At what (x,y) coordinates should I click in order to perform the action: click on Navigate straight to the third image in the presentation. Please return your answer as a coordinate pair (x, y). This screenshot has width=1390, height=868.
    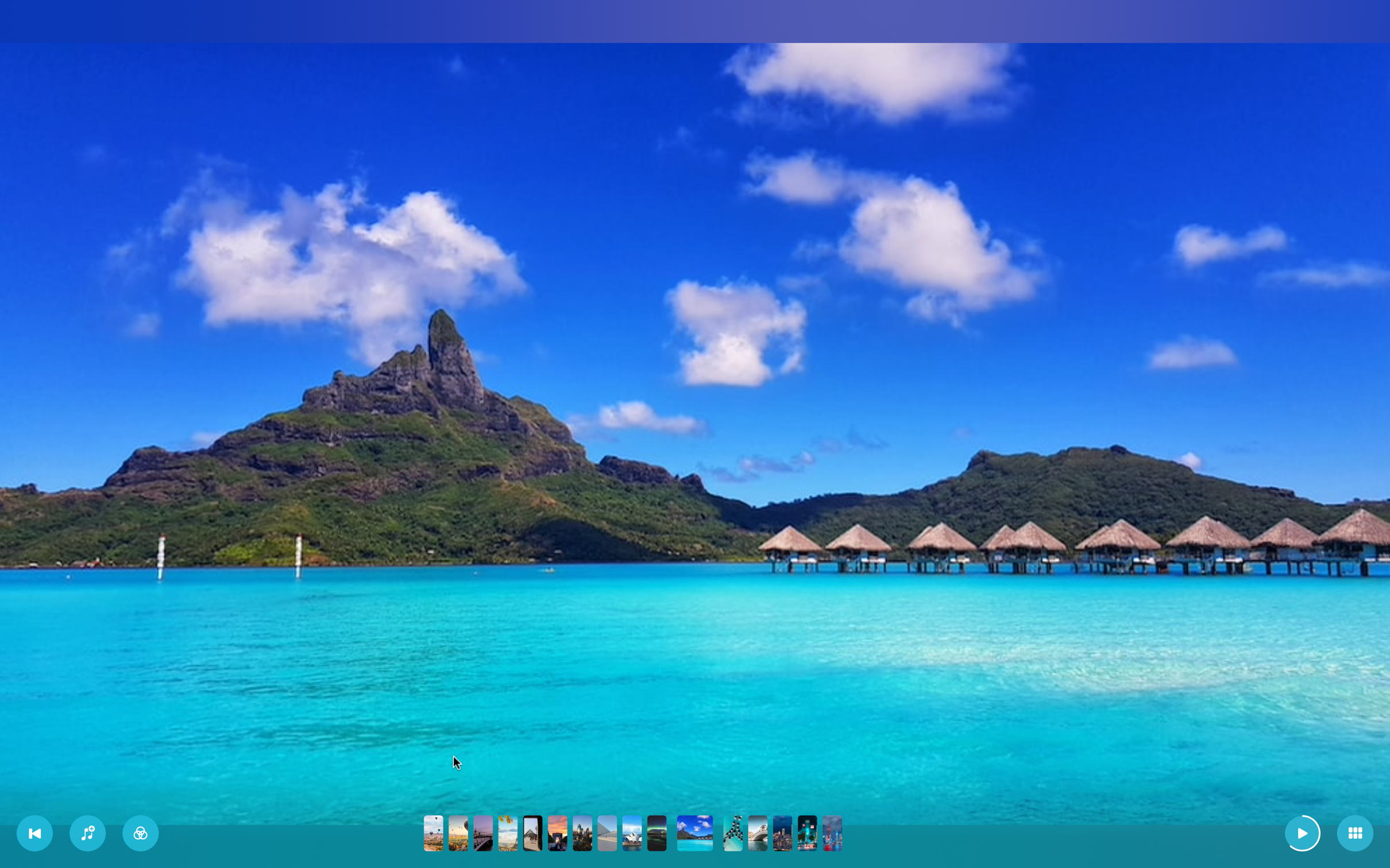
    Looking at the image, I should click on (483, 832).